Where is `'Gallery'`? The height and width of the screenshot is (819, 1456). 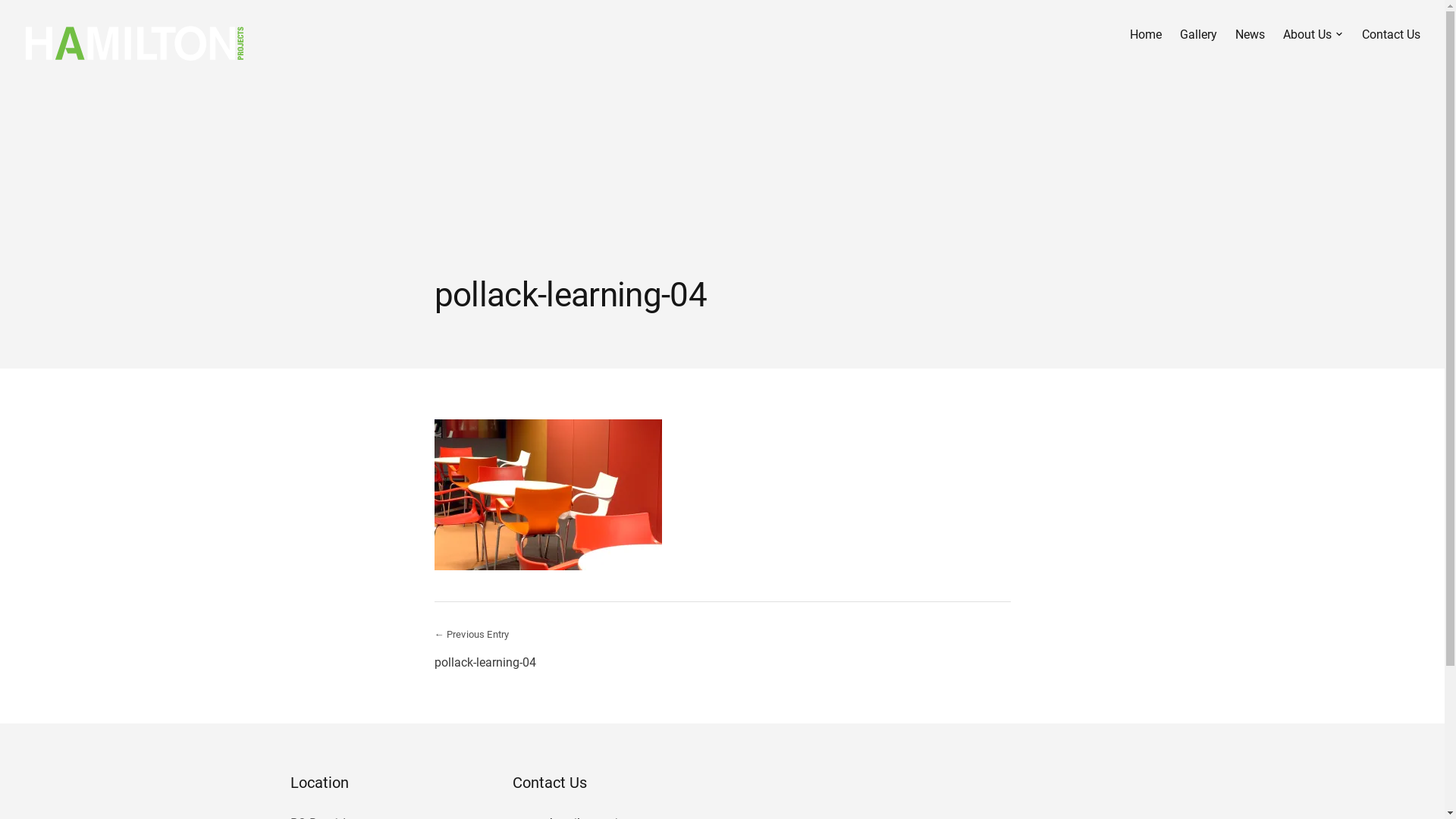 'Gallery' is located at coordinates (1197, 34).